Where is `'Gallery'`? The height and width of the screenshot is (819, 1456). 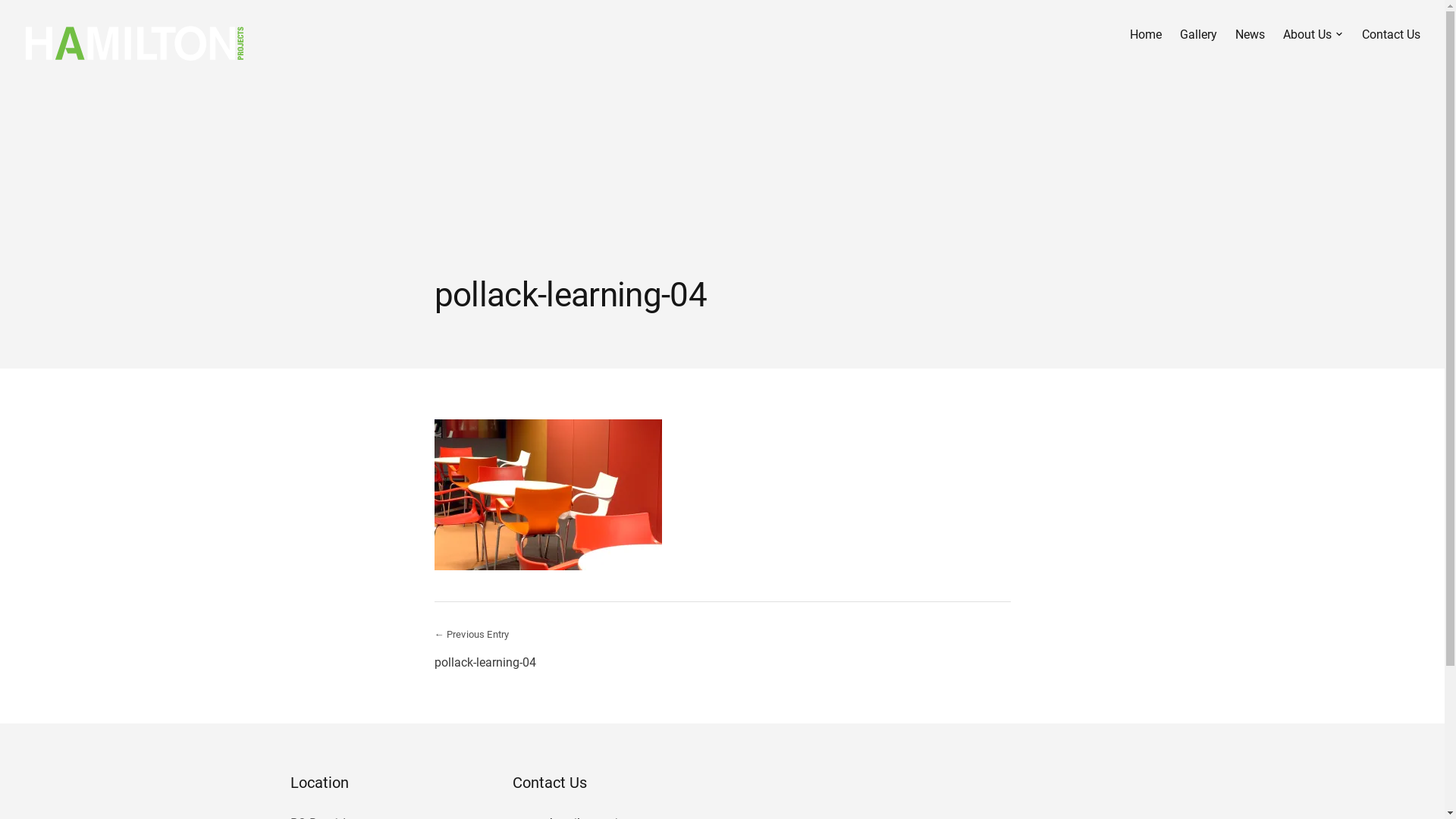 'Gallery' is located at coordinates (1197, 34).